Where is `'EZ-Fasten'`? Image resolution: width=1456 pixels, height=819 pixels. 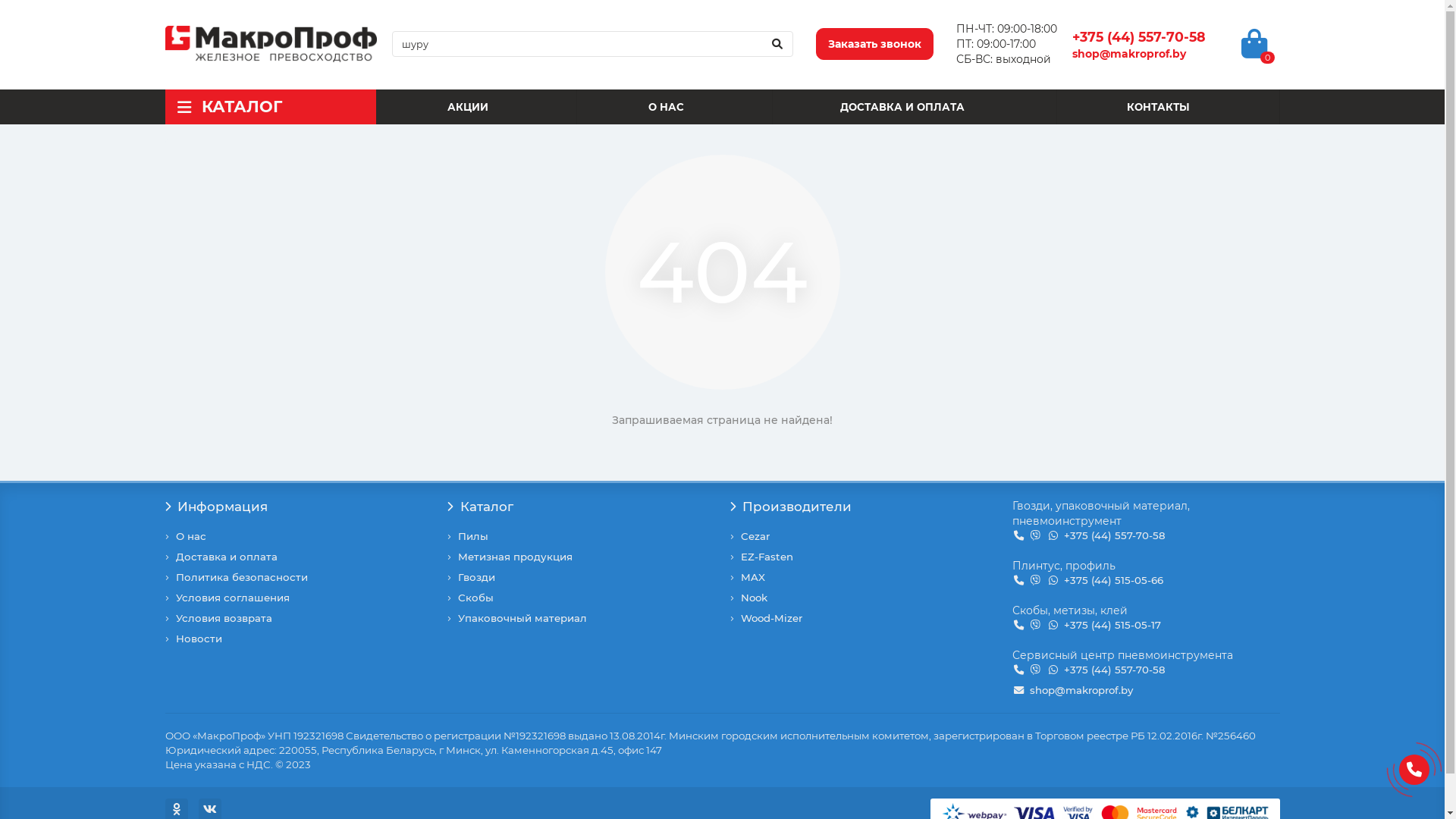 'EZ-Fasten' is located at coordinates (766, 557).